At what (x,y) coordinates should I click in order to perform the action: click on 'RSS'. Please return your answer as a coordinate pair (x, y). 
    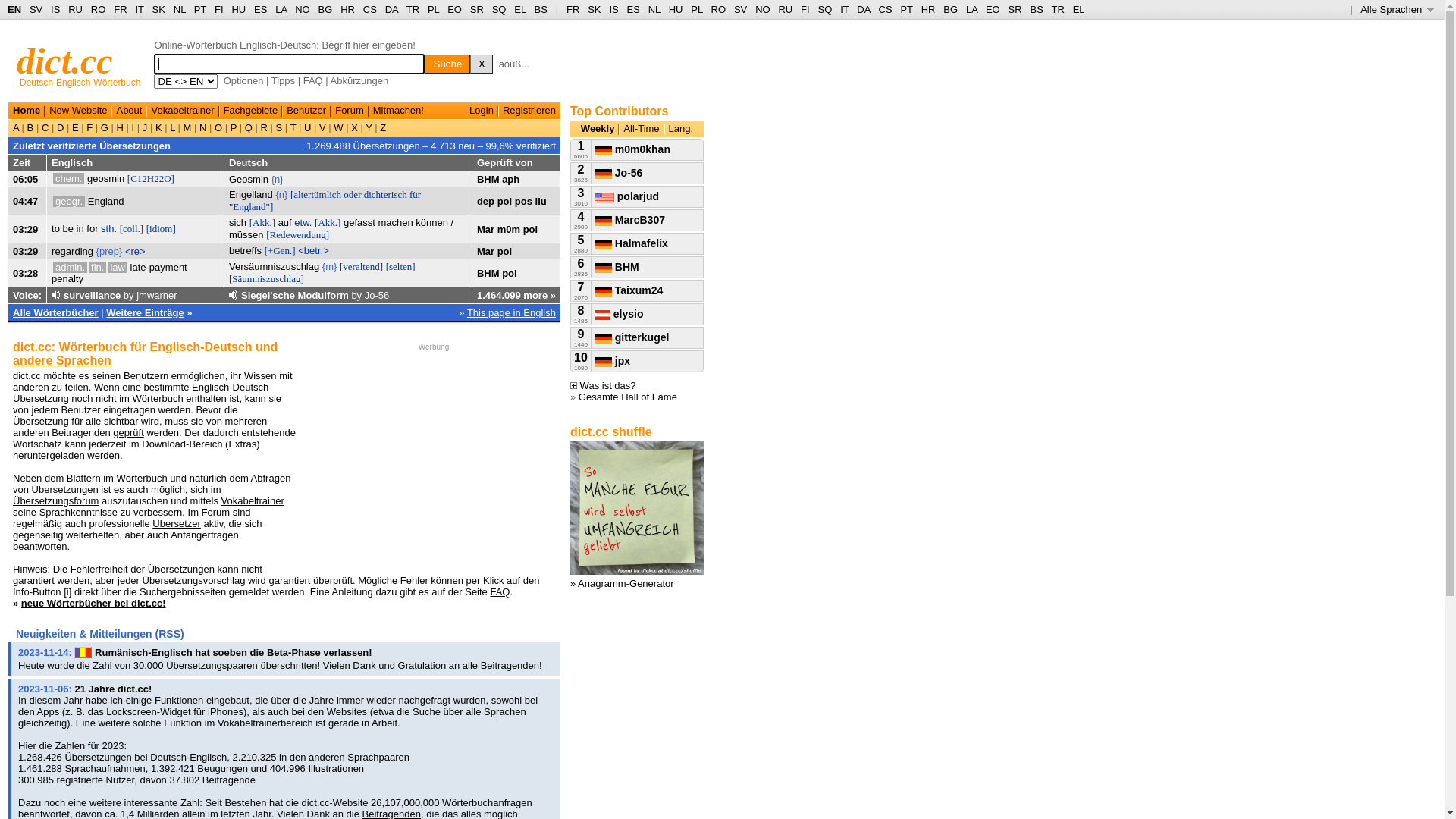
    Looking at the image, I should click on (169, 634).